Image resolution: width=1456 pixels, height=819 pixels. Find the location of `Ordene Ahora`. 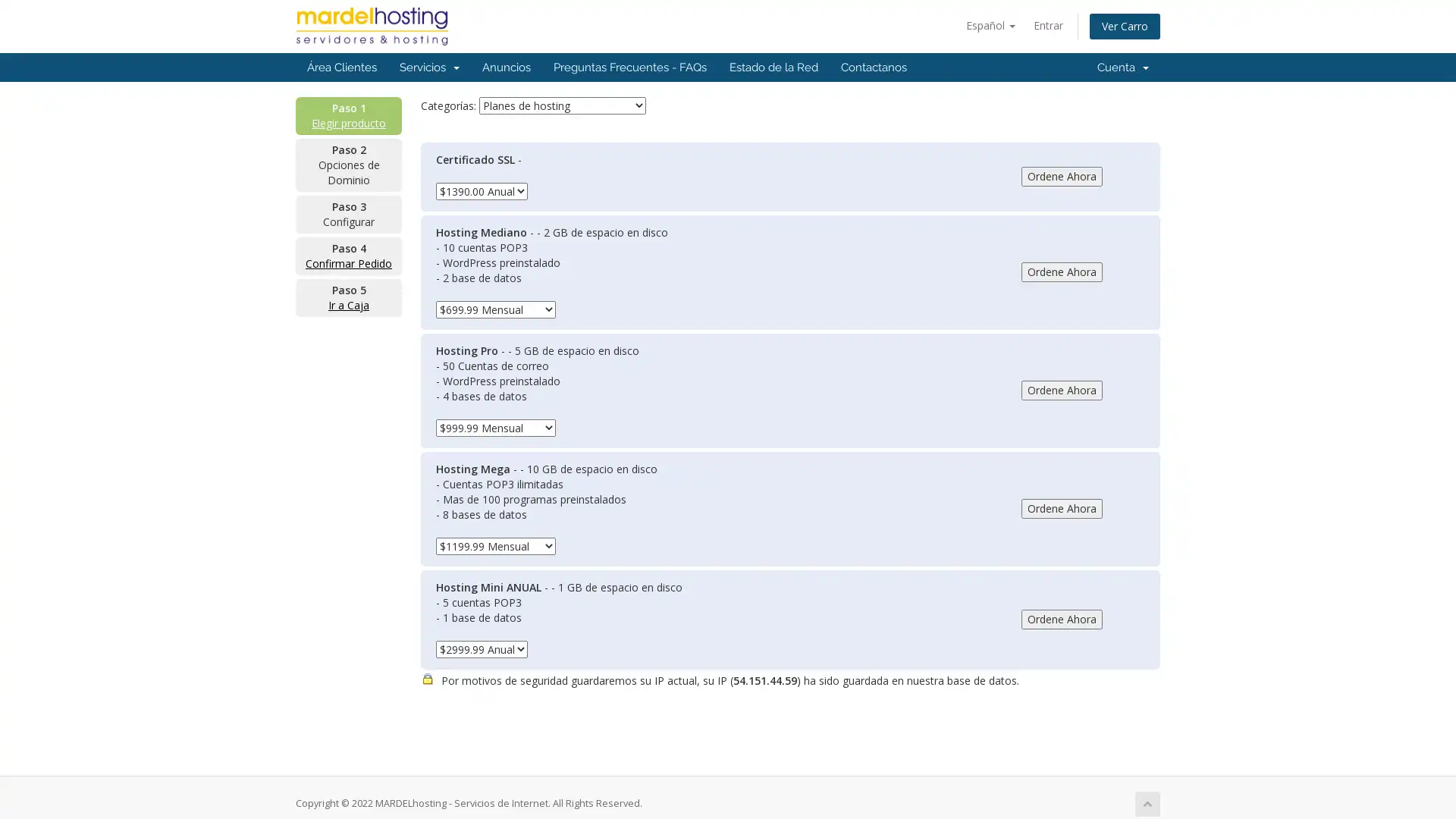

Ordene Ahora is located at coordinates (1061, 174).